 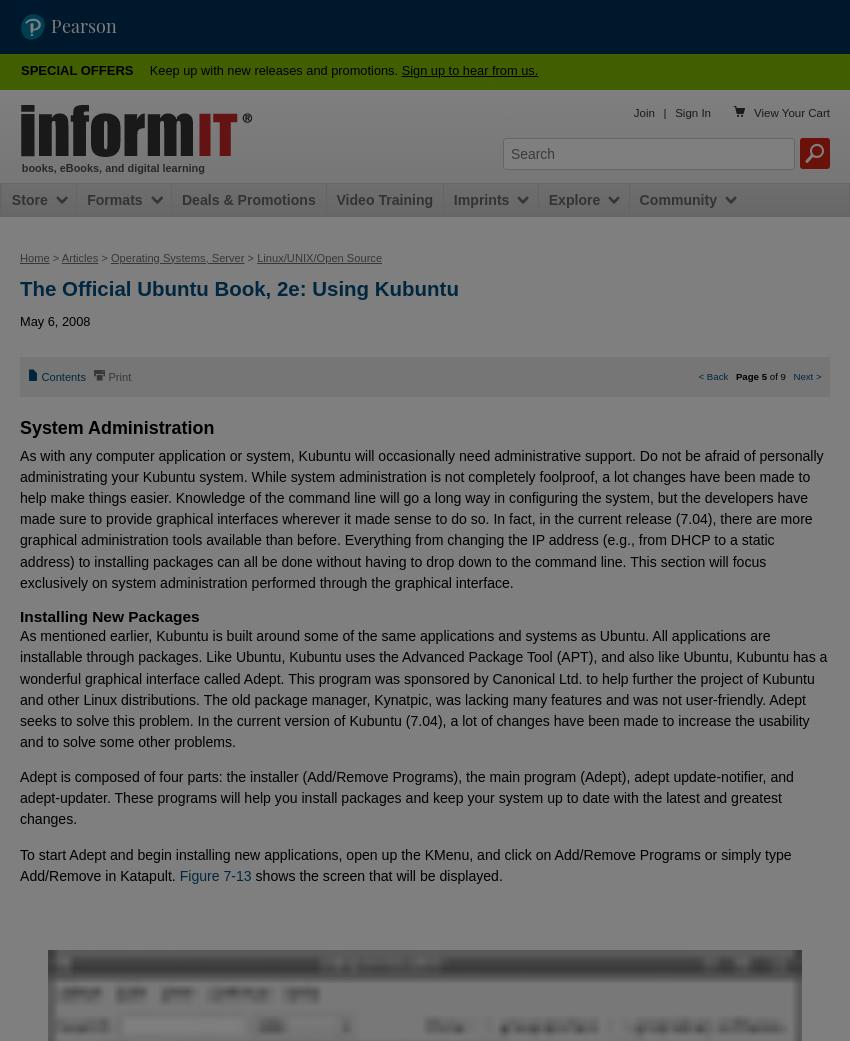 I want to click on 'Deals & Promotions', so click(x=248, y=199).